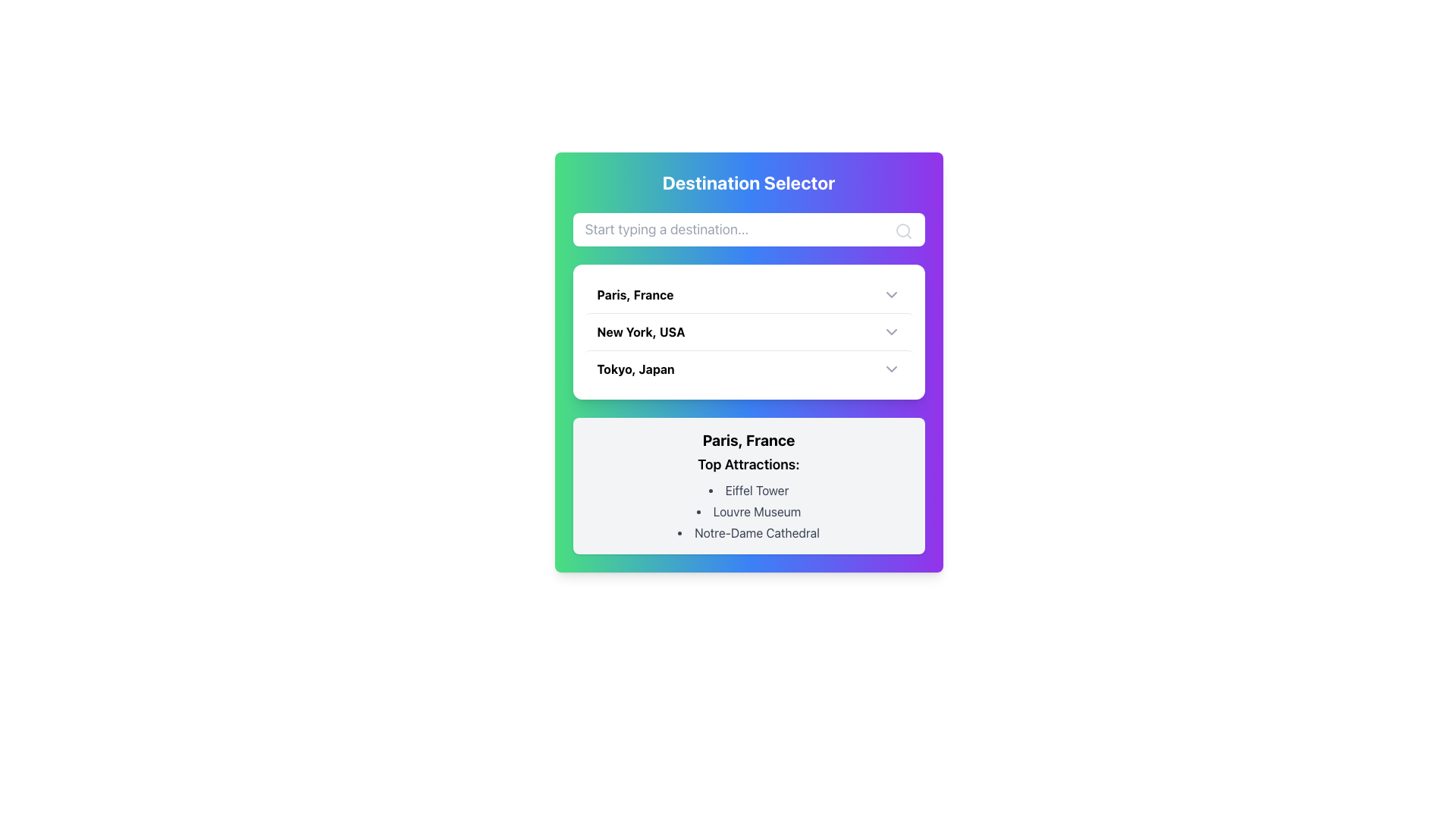 This screenshot has height=819, width=1456. I want to click on text label displaying 'Notre-Dame Cathedral' which is the third entry in the list of attractions under 'Top Attractions' for 'Paris, France', so click(748, 532).